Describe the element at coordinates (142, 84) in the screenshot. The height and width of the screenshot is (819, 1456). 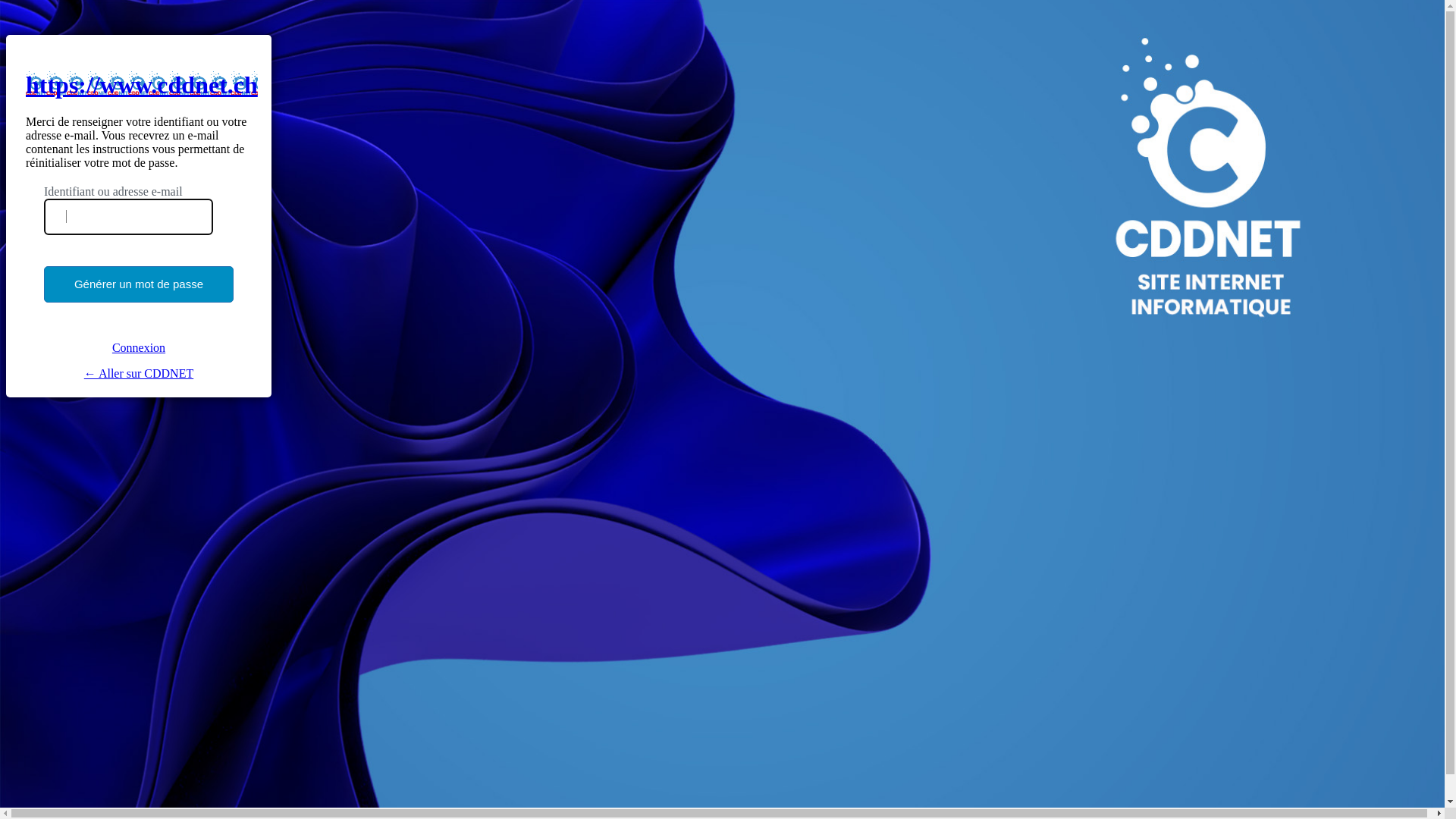
I see `'https://www.cddnet.ch'` at that location.